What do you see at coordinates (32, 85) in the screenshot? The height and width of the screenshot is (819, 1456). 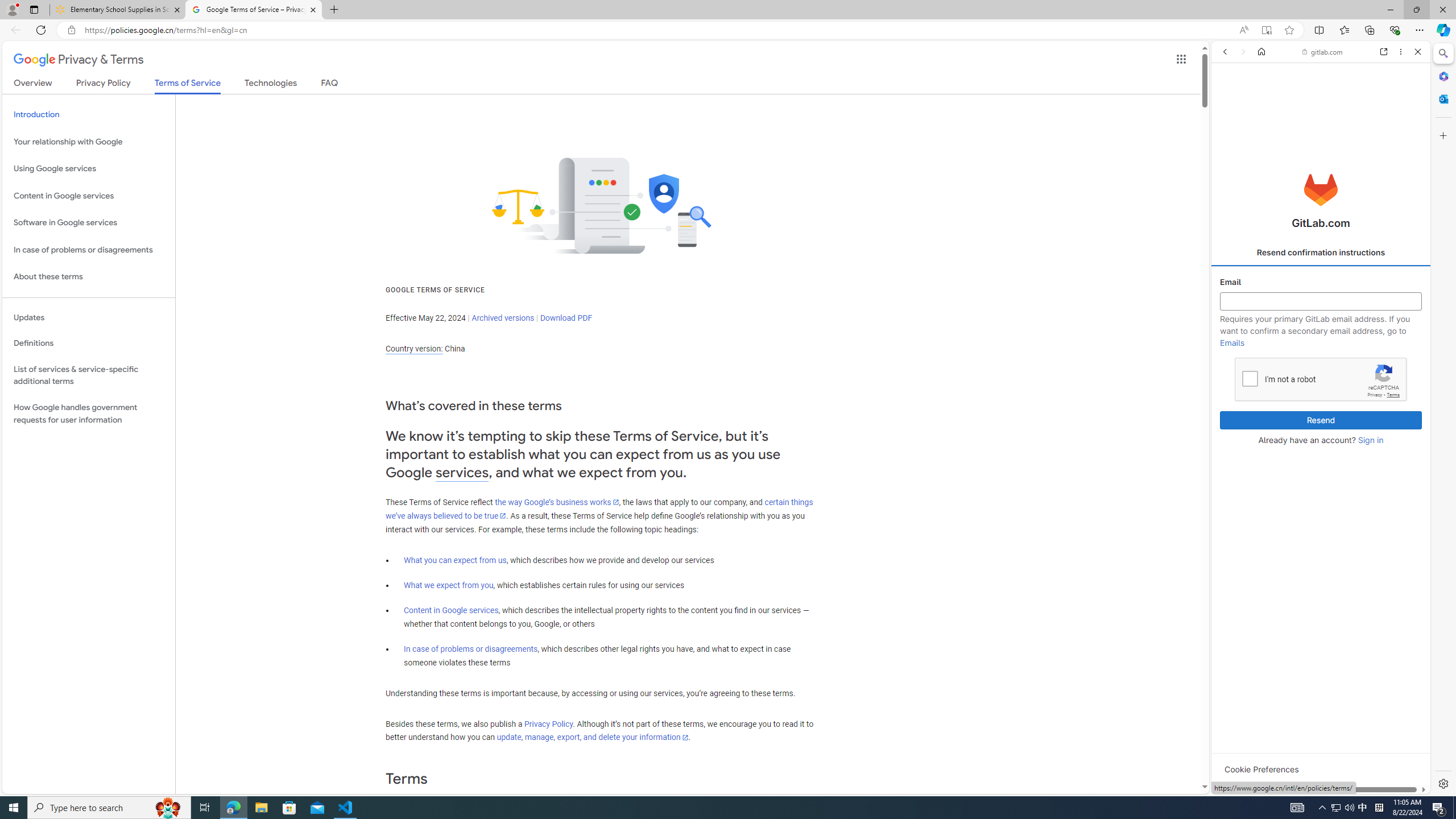 I see `'Overview'` at bounding box center [32, 85].